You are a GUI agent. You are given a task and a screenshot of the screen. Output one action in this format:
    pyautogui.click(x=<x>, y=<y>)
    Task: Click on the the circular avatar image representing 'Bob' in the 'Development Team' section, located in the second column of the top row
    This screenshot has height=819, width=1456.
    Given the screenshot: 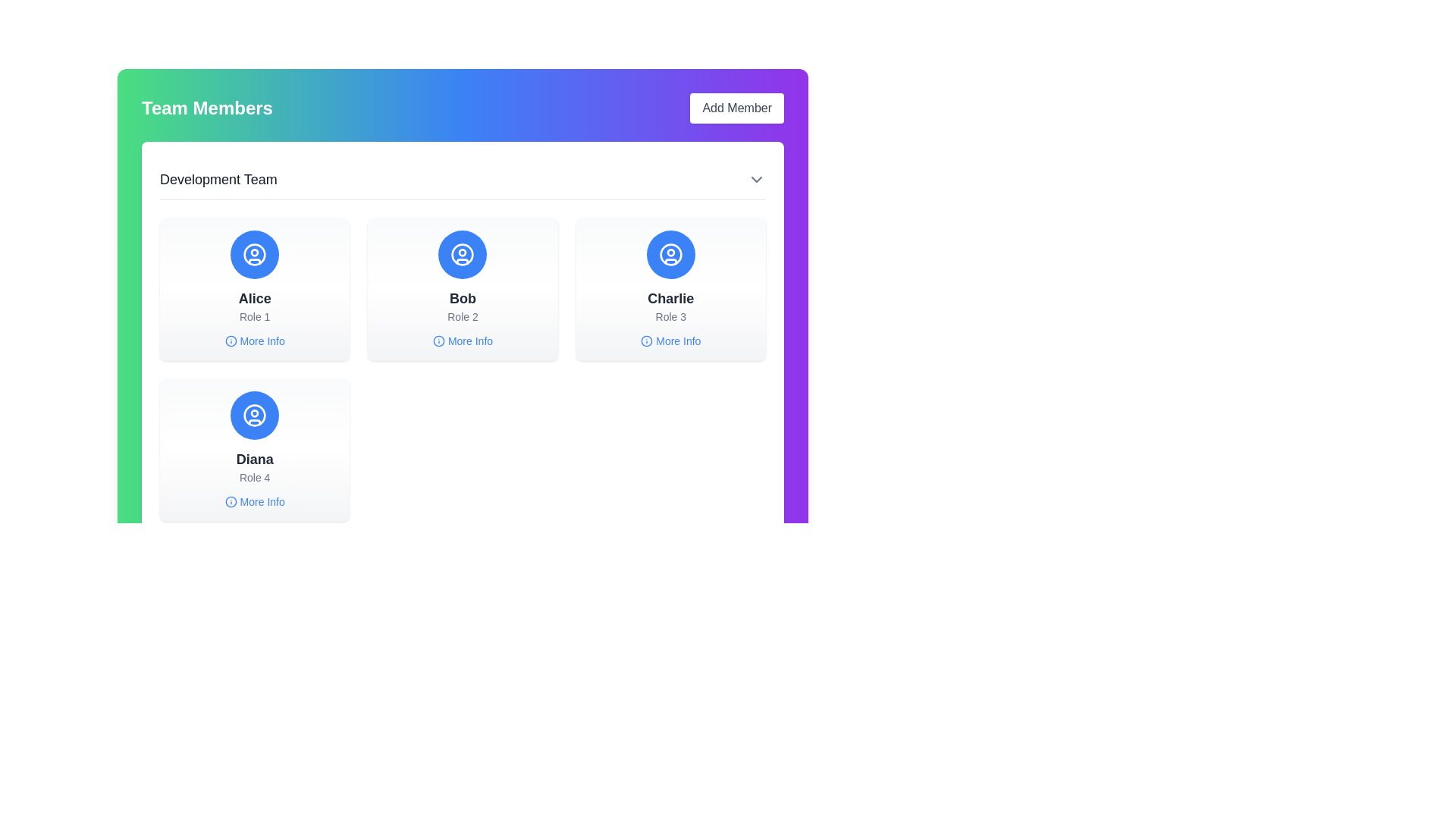 What is the action you would take?
    pyautogui.click(x=462, y=253)
    